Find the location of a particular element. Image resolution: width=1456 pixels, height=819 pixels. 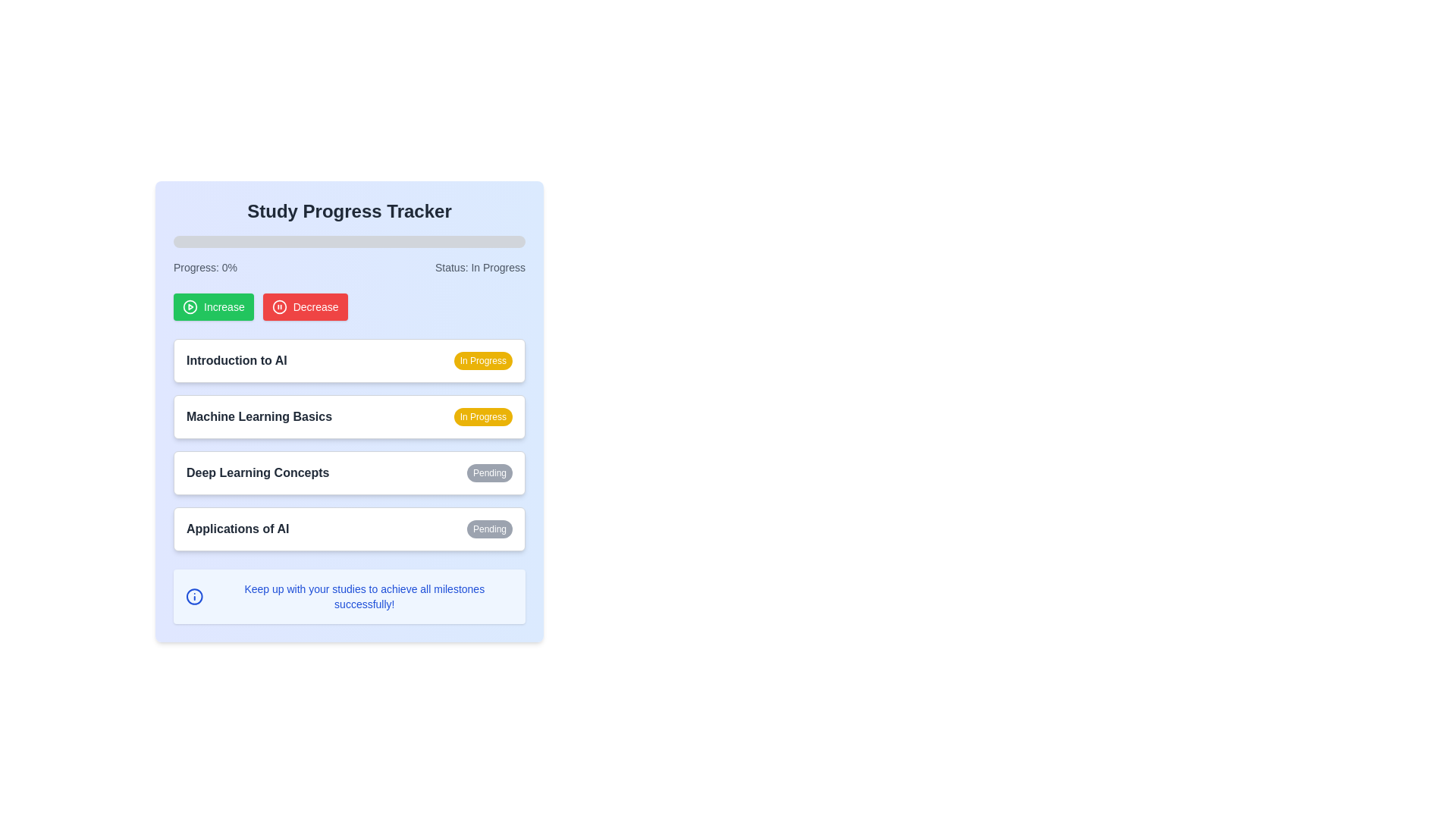

the 'Decrease' button located below the 'Study Progress Tracker' heading and focus on it using keyboard navigation is located at coordinates (304, 307).